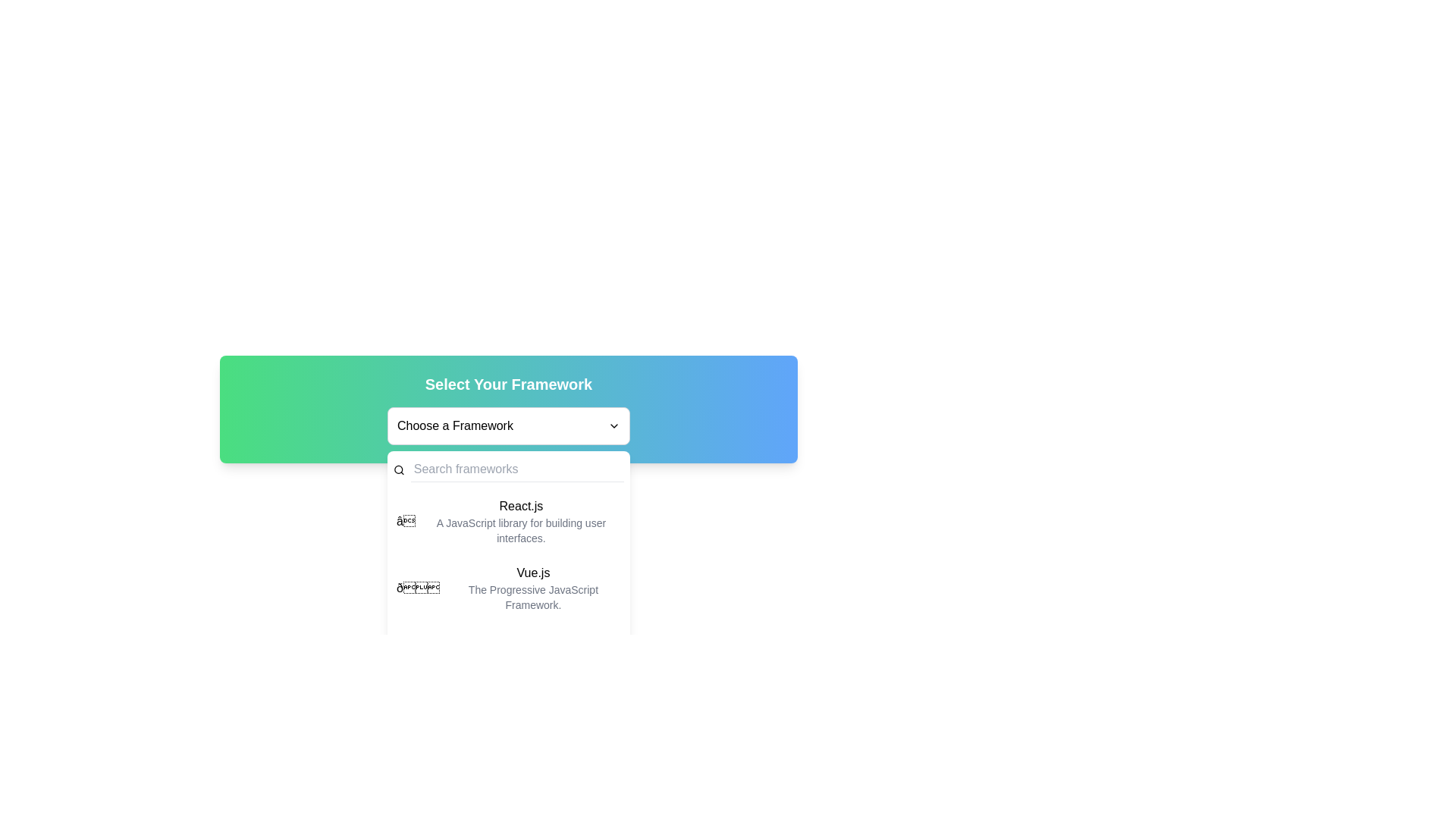 Image resolution: width=1456 pixels, height=819 pixels. I want to click on the dropdown menu located below the heading 'Select Your Framework', so click(509, 426).